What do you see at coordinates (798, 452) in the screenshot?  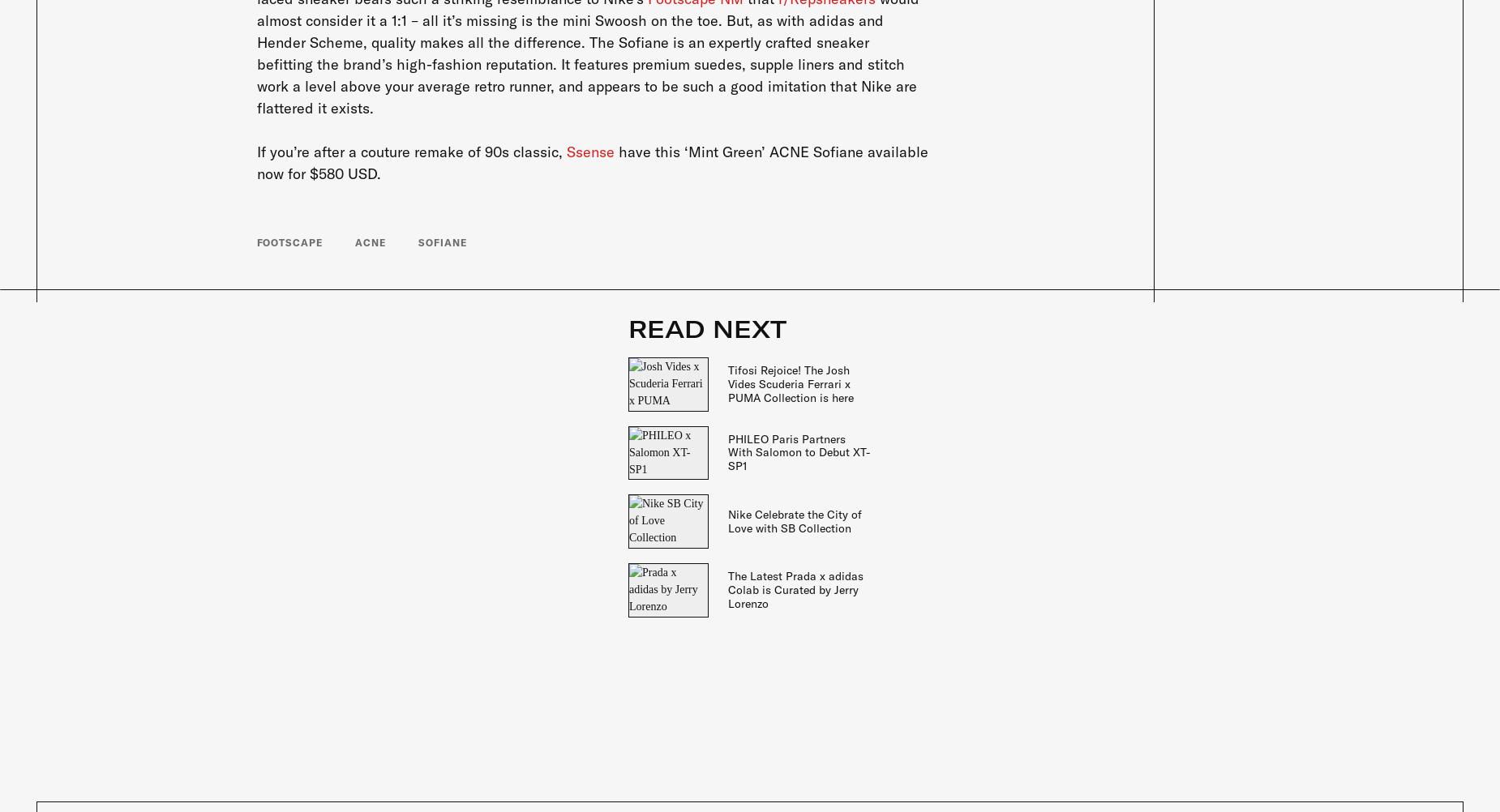 I see `'PHILEO Paris Partners With Salomon to Debut XT-SP1'` at bounding box center [798, 452].